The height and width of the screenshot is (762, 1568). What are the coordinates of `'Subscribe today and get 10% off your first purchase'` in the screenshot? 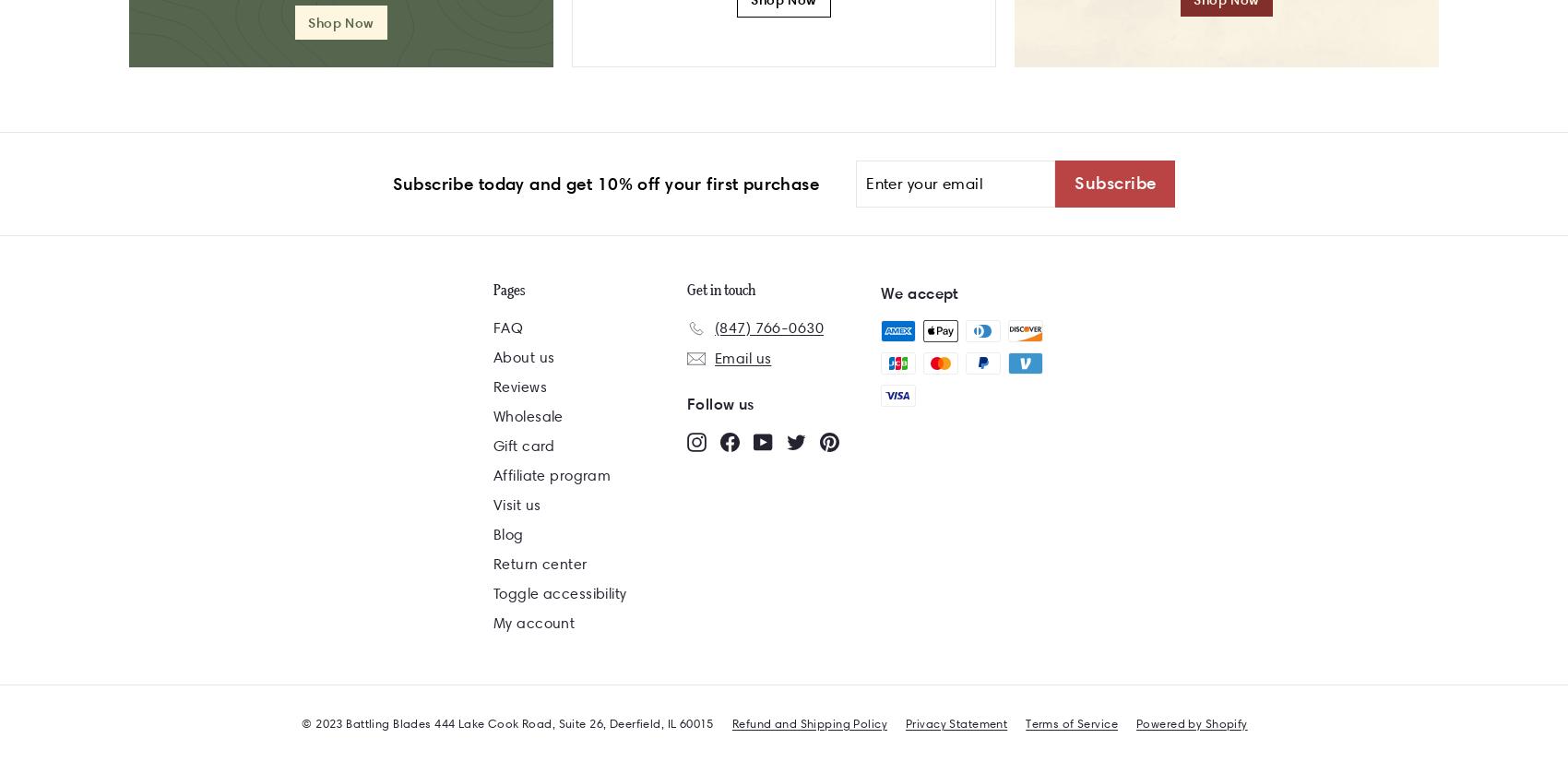 It's located at (605, 183).